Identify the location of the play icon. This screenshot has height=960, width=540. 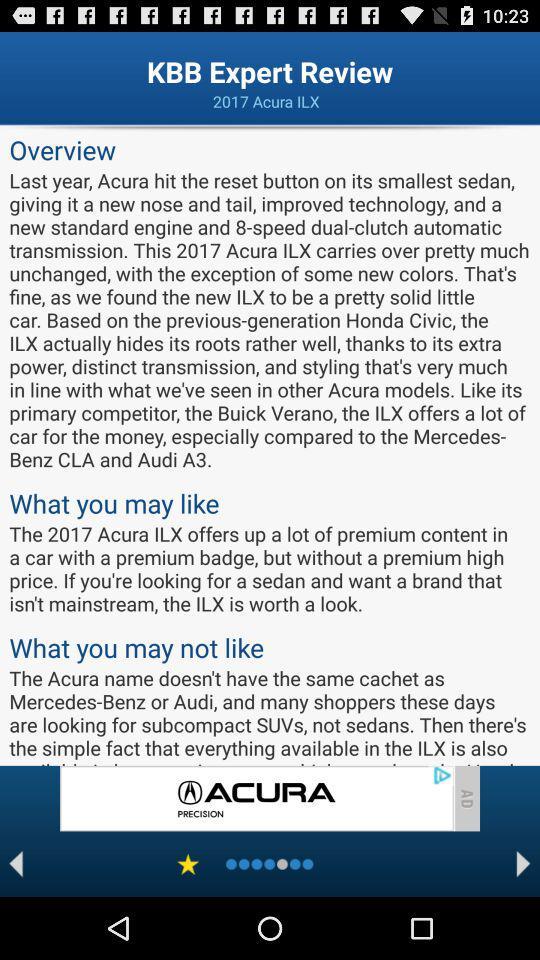
(523, 924).